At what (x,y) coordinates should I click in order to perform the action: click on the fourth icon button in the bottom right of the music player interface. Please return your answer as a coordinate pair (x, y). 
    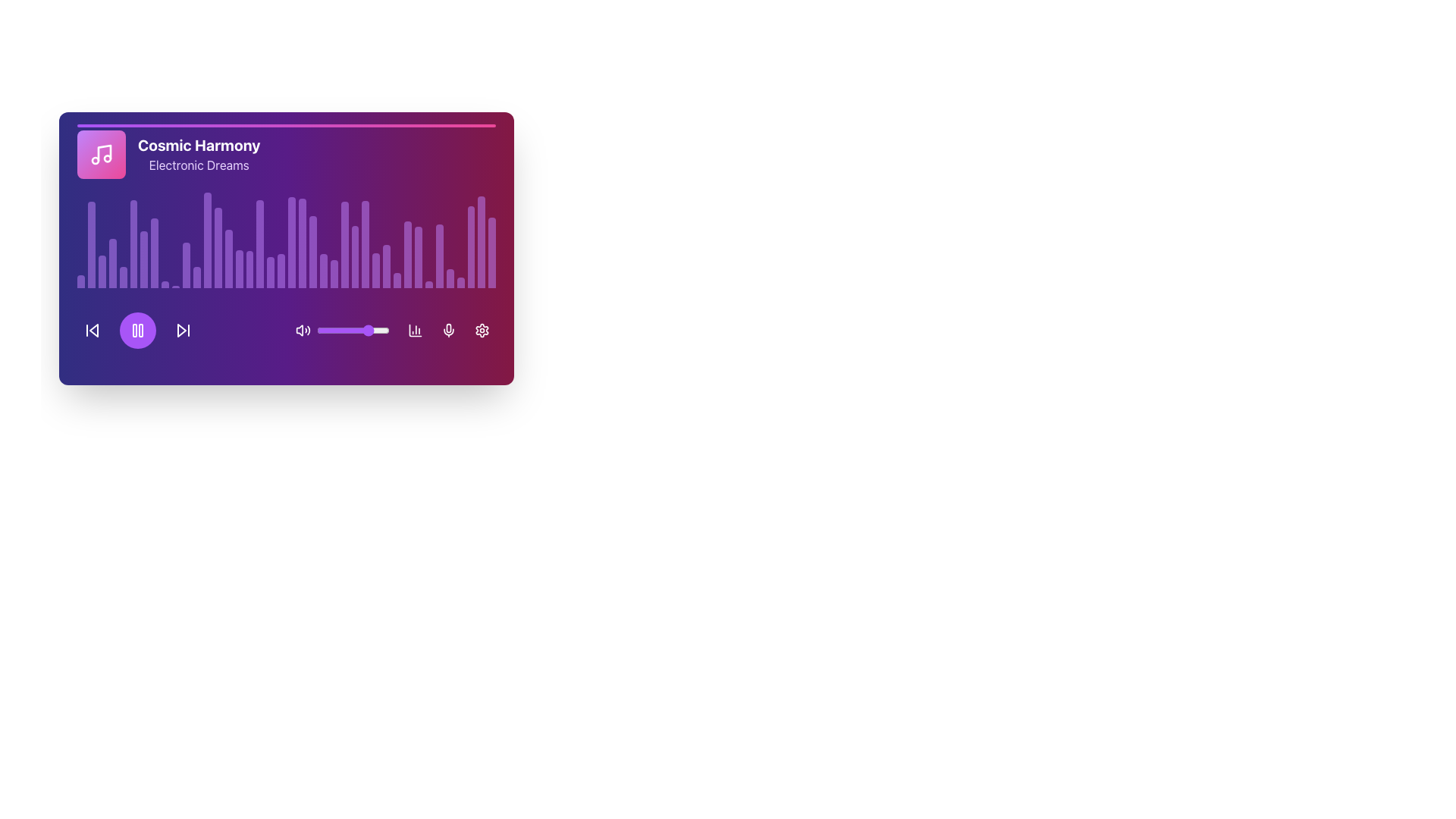
    Looking at the image, I should click on (415, 329).